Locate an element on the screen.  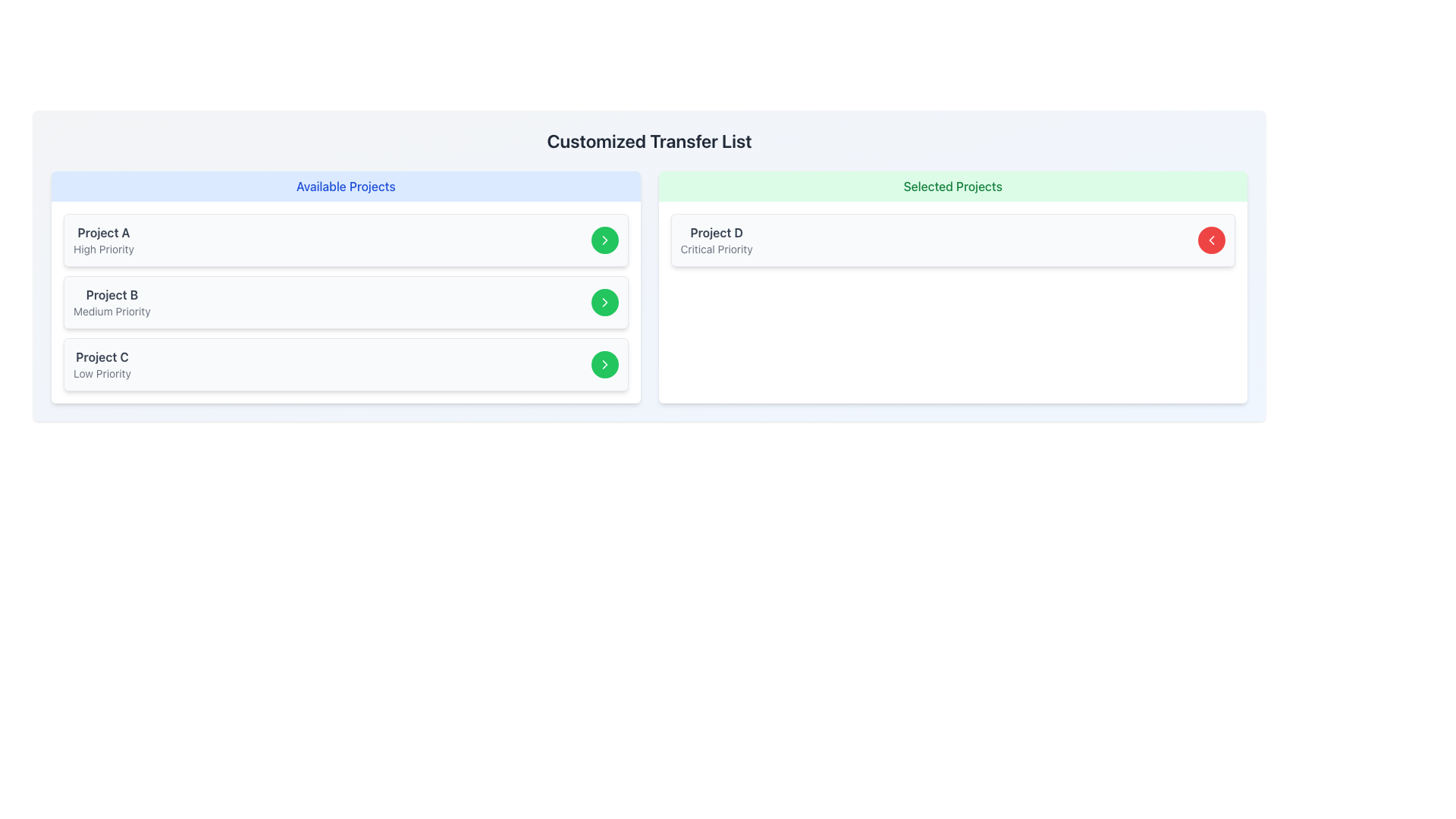
the text label representing 'Project A' with the status 'High Priority' located in the 'Available Projects' list is located at coordinates (103, 239).